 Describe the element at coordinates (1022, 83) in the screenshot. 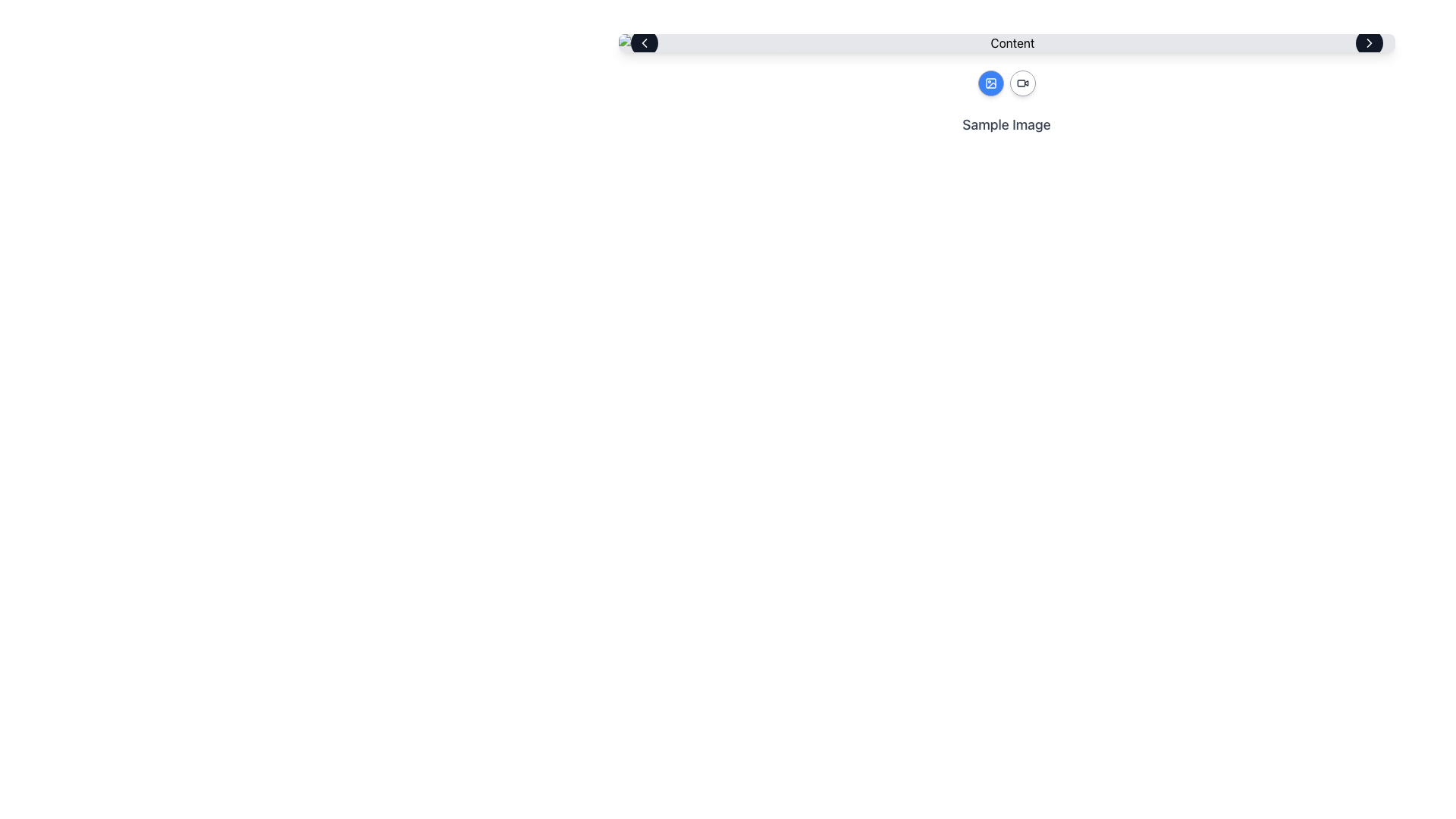

I see `the video icon button located in the top bar interface, which is the second button to the right of the image icon` at that location.